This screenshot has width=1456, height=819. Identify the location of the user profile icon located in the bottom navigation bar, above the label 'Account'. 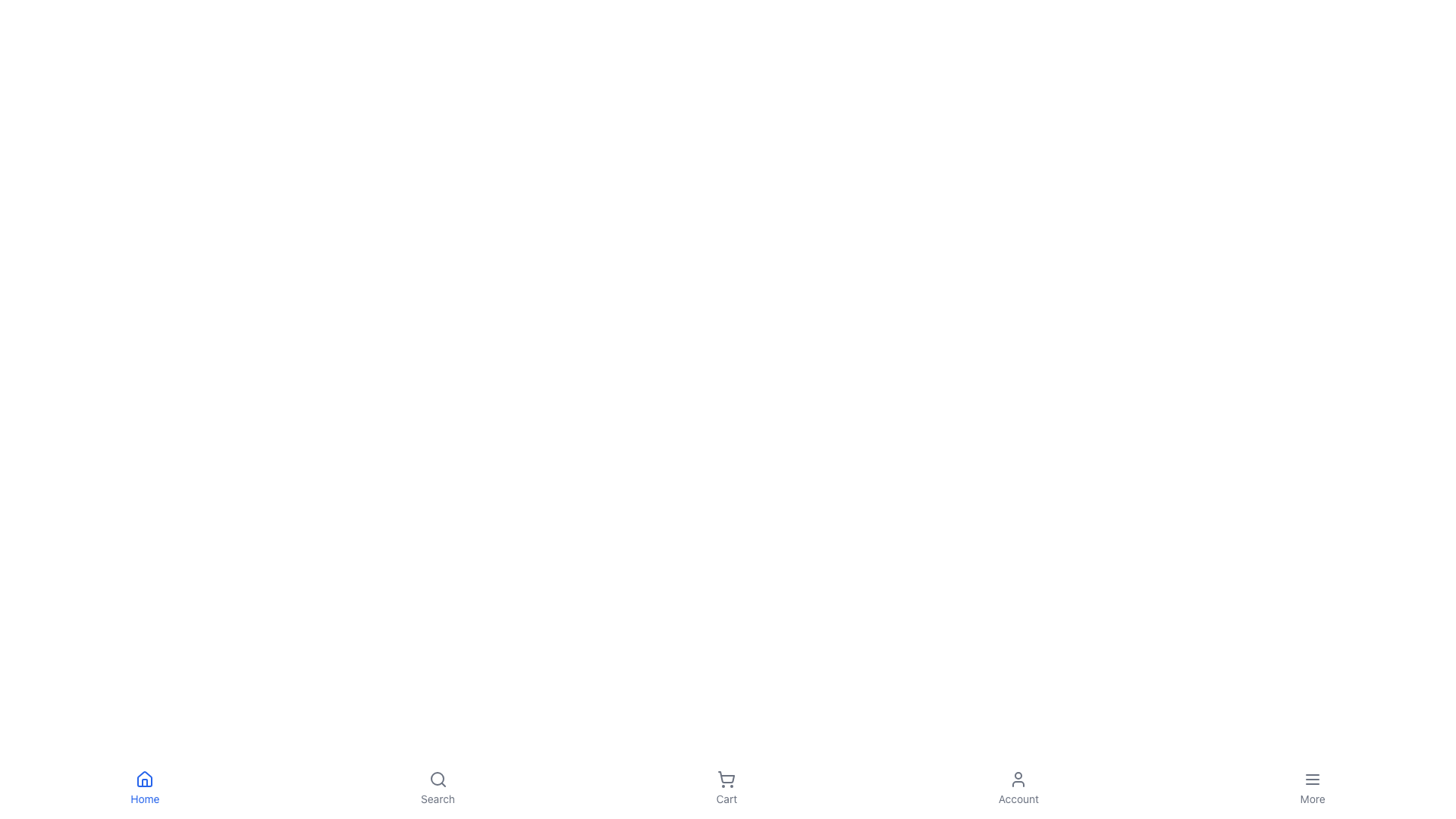
(1018, 780).